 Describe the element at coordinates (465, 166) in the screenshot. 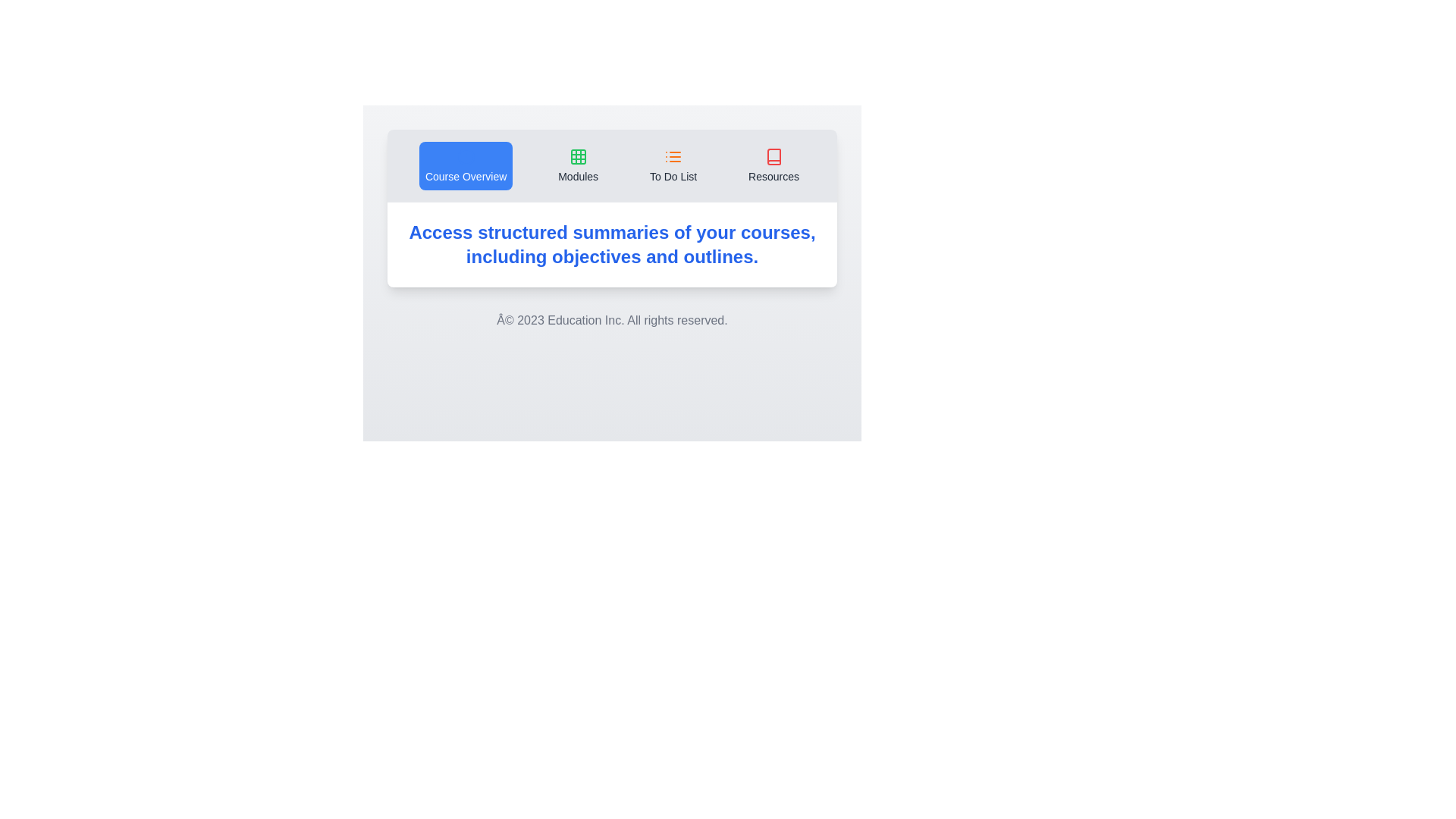

I see `the tab button labeled Course Overview to preview its hover effect` at that location.